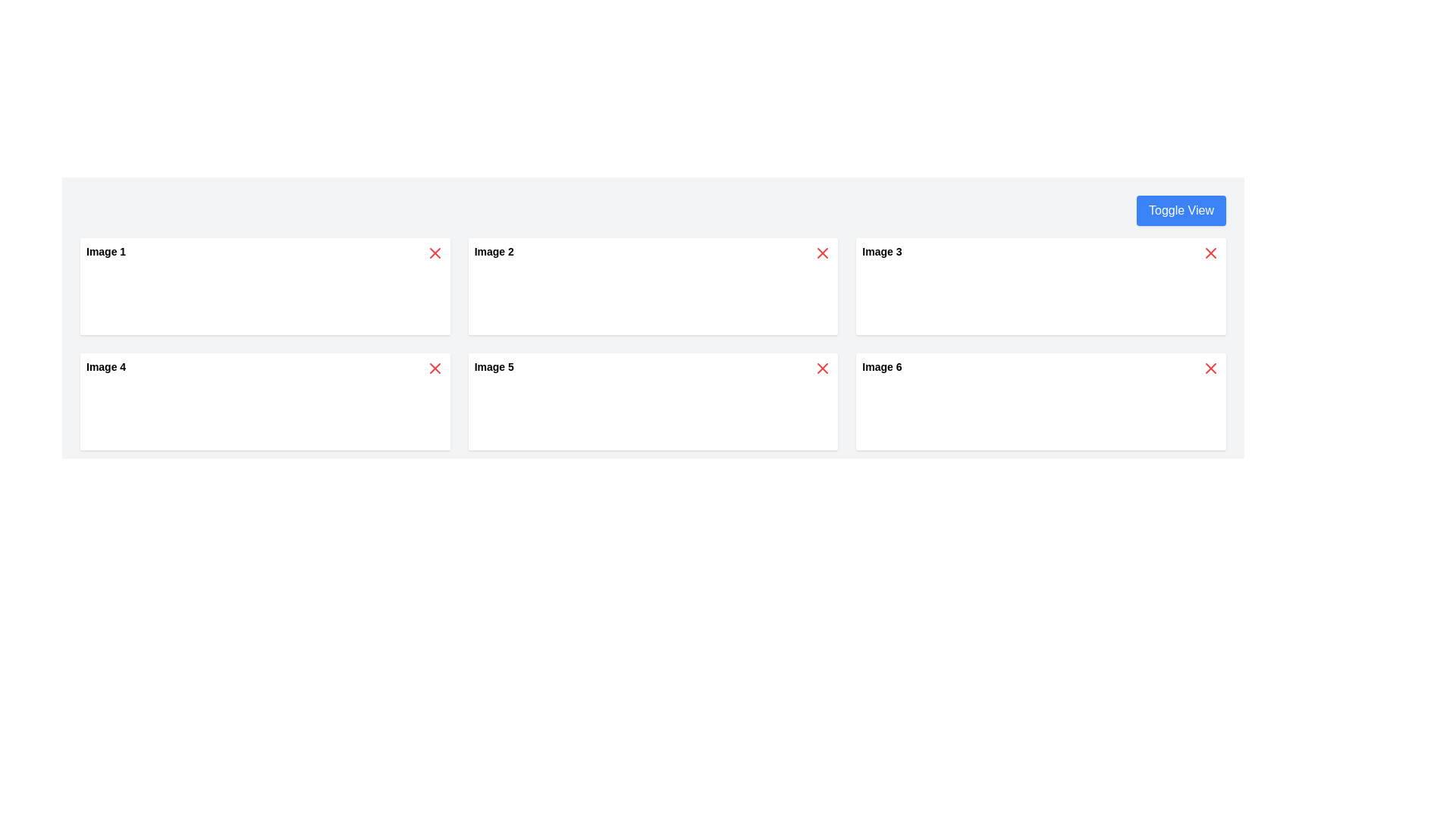  I want to click on the third card in the grid layout labeled as 'Image 3', so click(1040, 287).